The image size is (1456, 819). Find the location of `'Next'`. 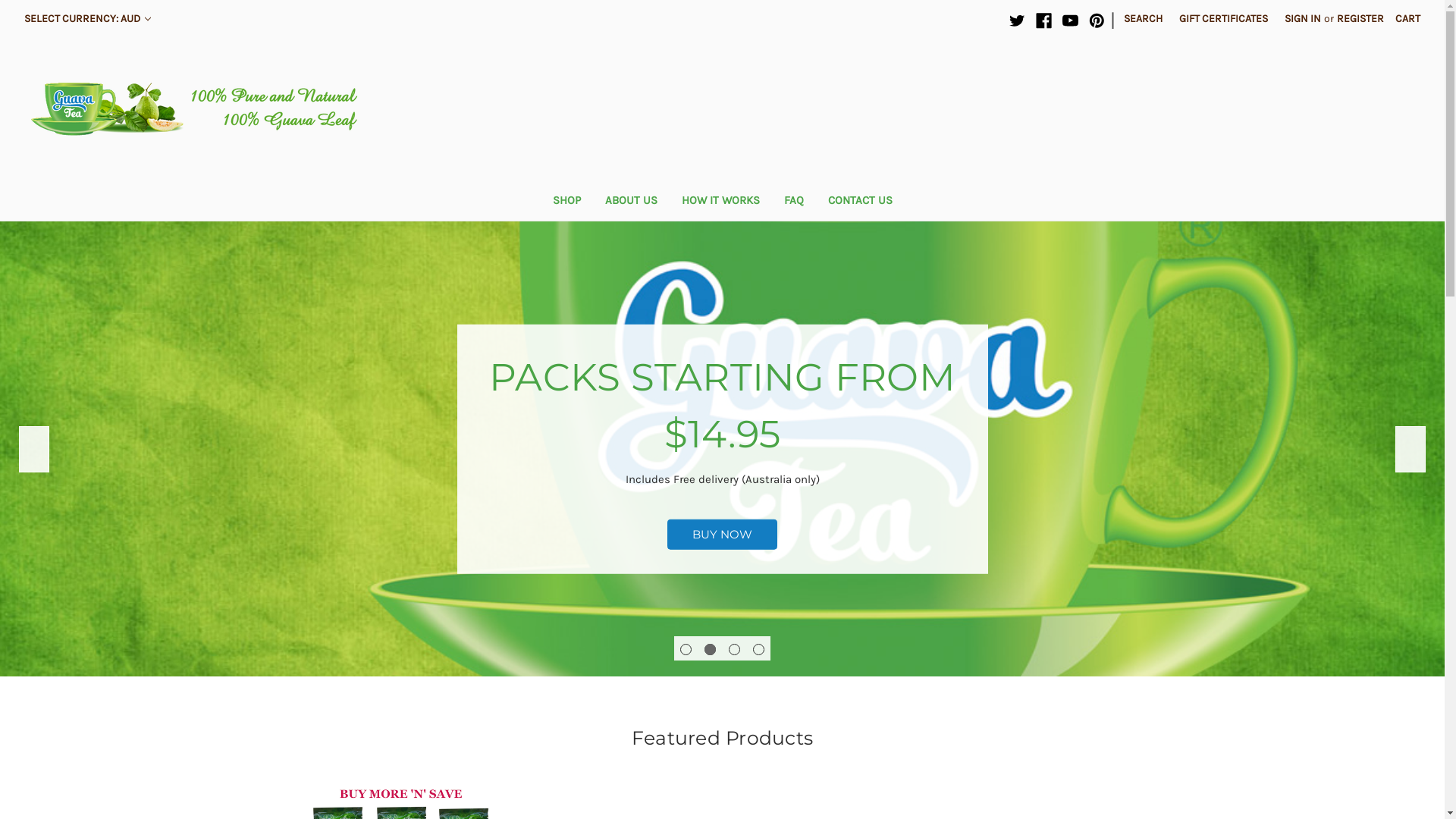

'Next' is located at coordinates (1395, 448).